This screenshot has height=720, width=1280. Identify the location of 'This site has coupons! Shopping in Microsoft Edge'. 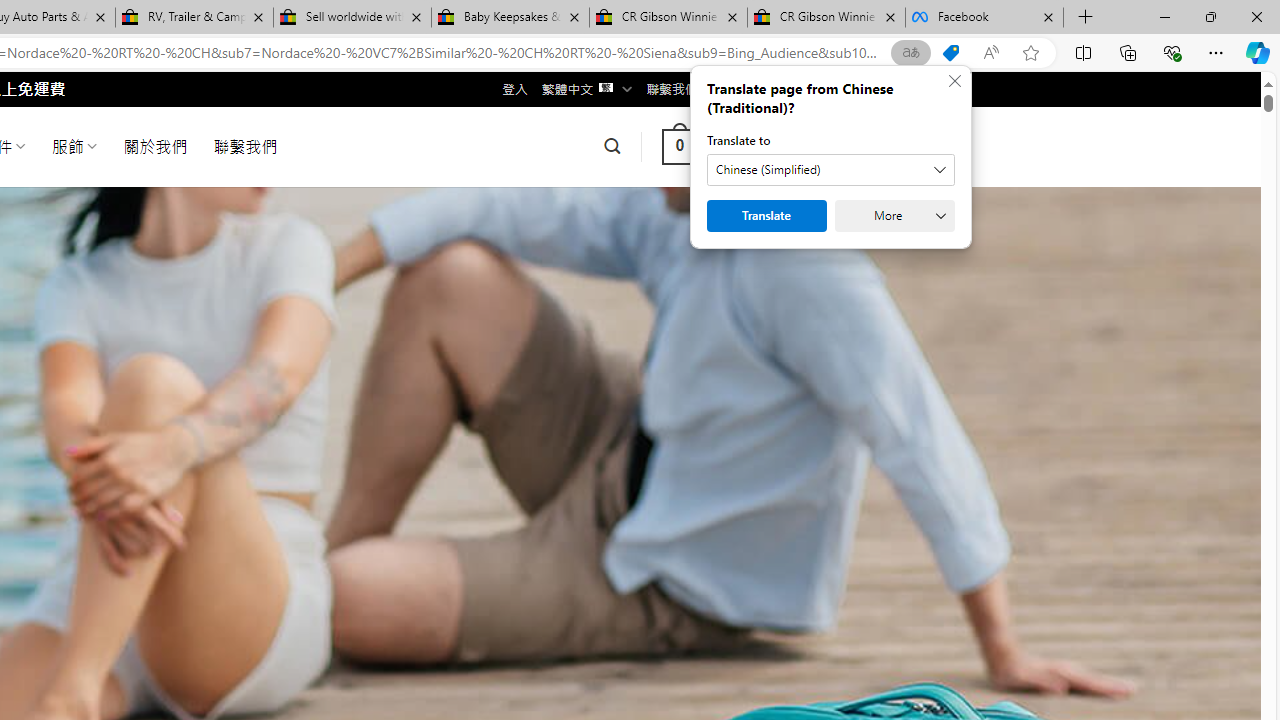
(950, 52).